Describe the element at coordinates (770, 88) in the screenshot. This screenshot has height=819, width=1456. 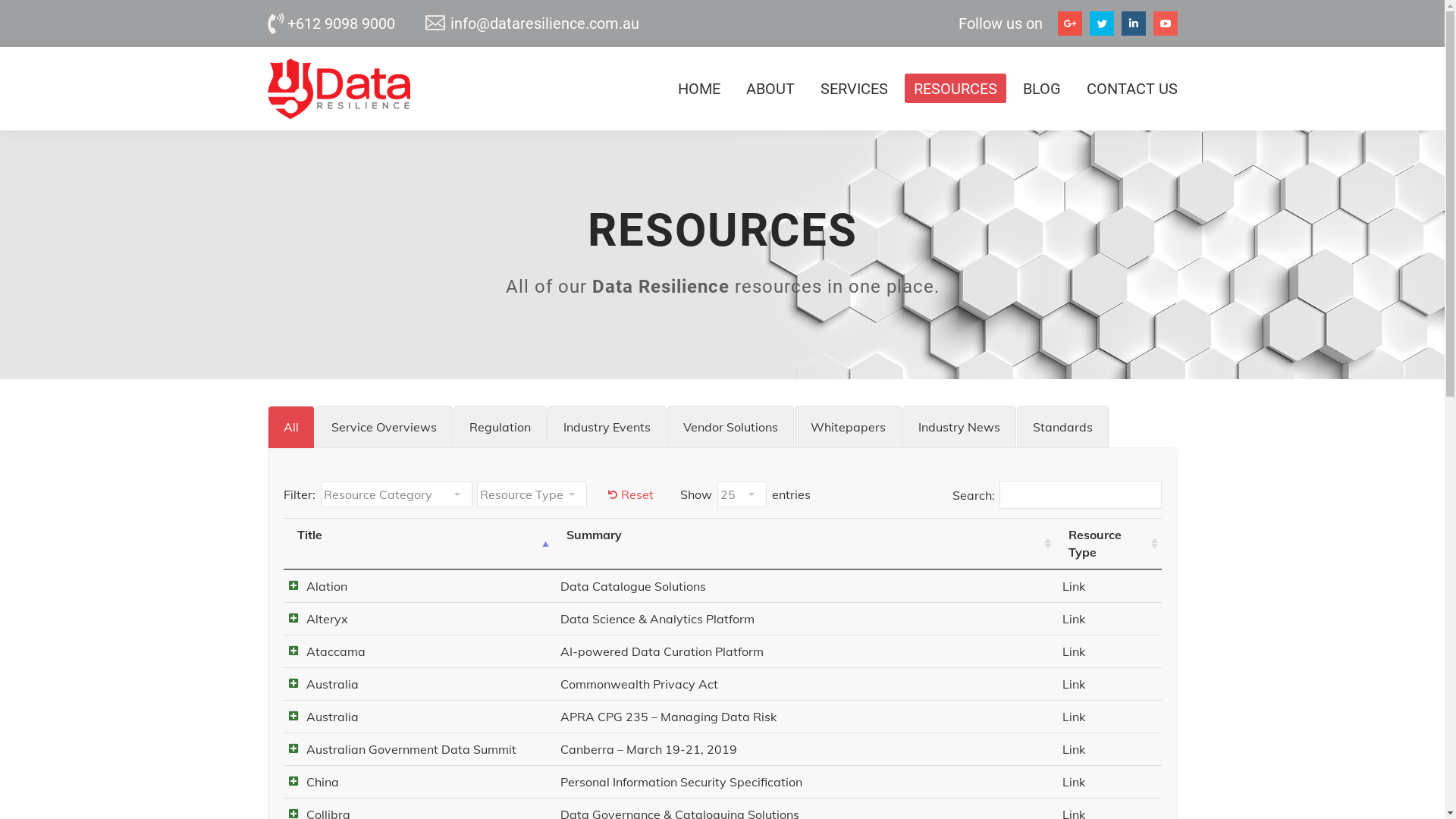
I see `'ABOUT'` at that location.